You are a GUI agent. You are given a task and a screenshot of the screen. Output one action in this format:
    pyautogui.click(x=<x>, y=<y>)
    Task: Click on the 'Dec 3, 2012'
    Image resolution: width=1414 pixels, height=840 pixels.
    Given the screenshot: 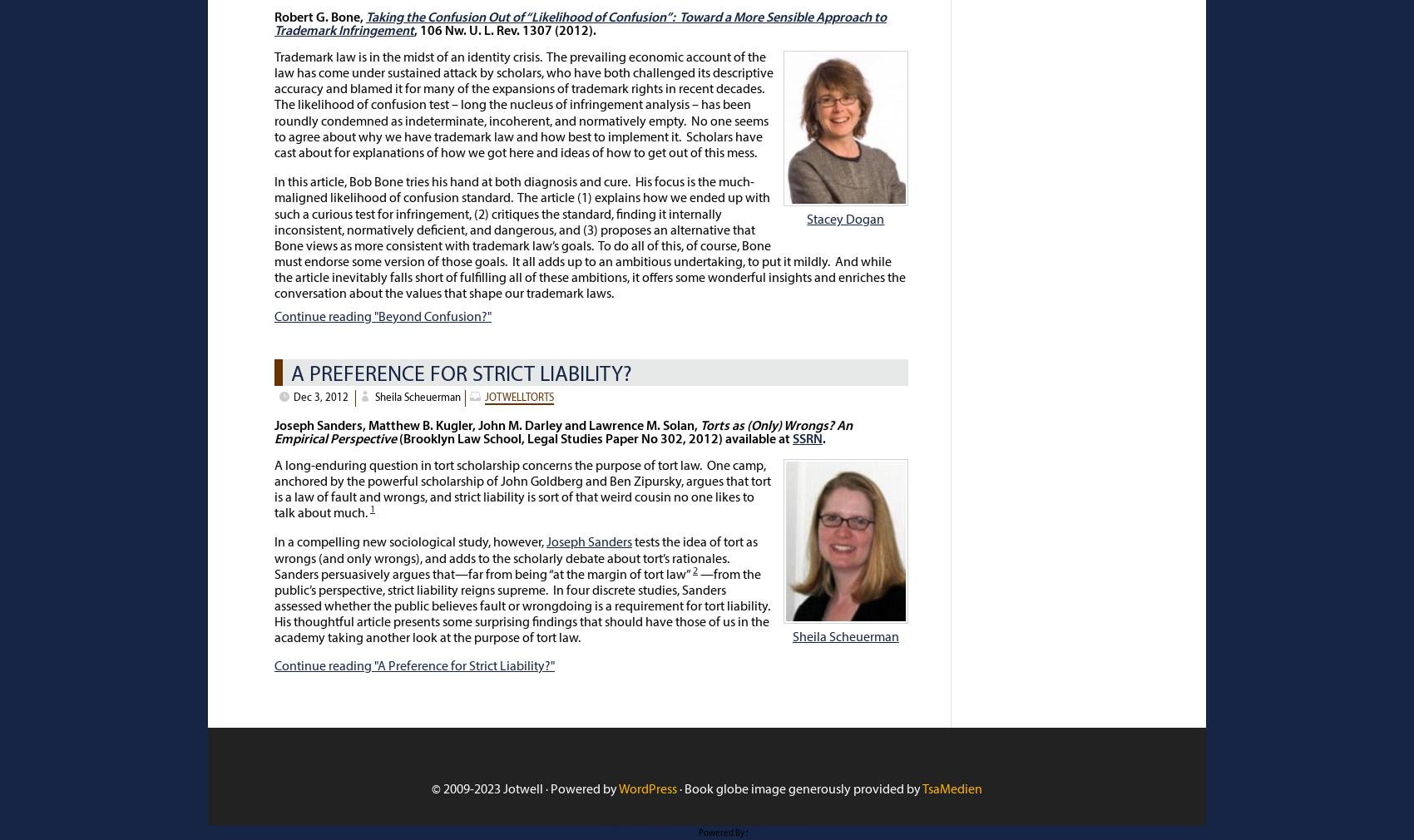 What is the action you would take?
    pyautogui.click(x=320, y=398)
    